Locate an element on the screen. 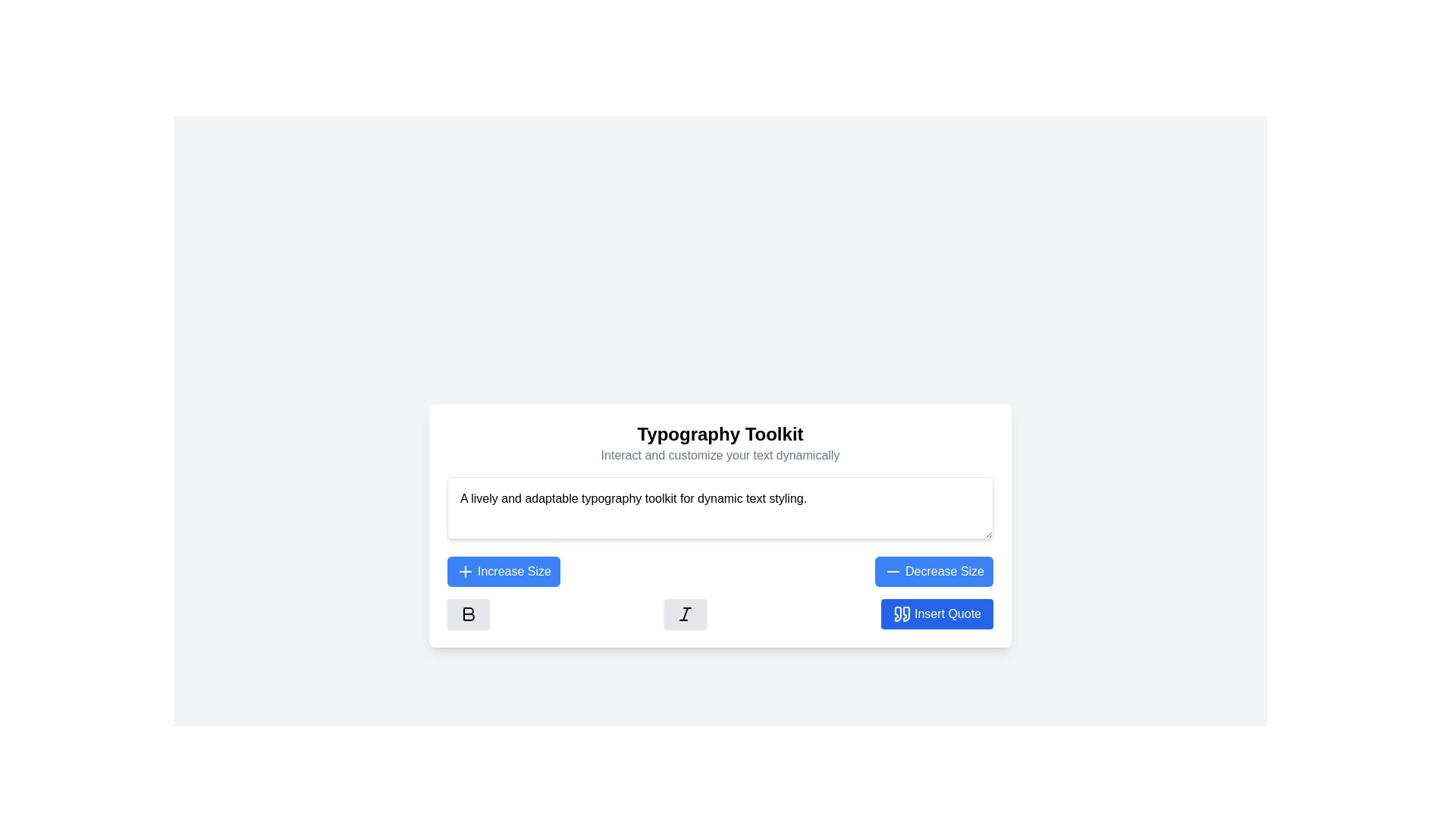  the italic formatting icon located in the bottom toolbar, which is a decorative graphical line part of the italic button's icon is located at coordinates (684, 613).